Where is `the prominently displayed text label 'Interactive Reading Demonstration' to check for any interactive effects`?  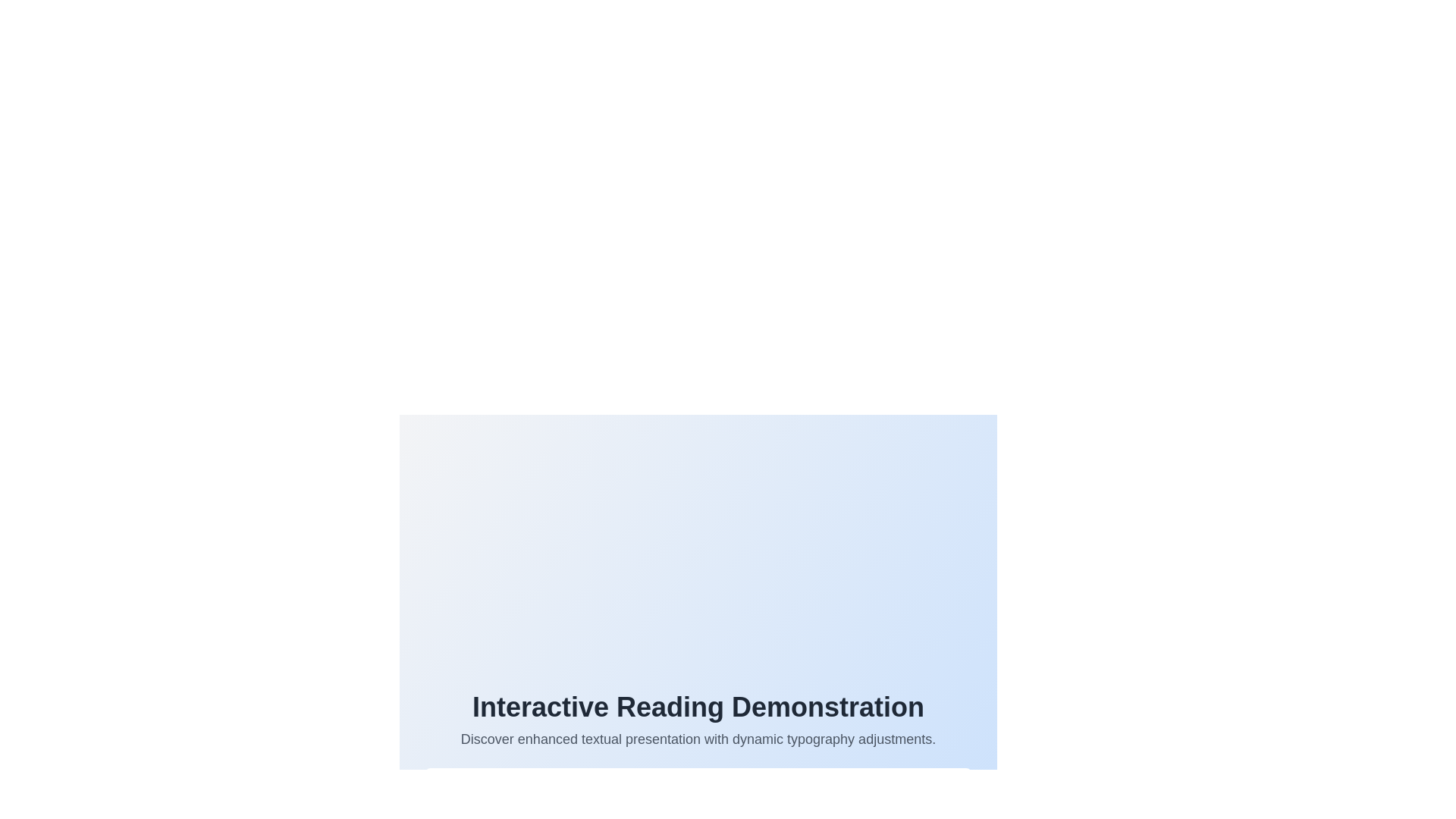
the prominently displayed text label 'Interactive Reading Demonstration' to check for any interactive effects is located at coordinates (698, 708).